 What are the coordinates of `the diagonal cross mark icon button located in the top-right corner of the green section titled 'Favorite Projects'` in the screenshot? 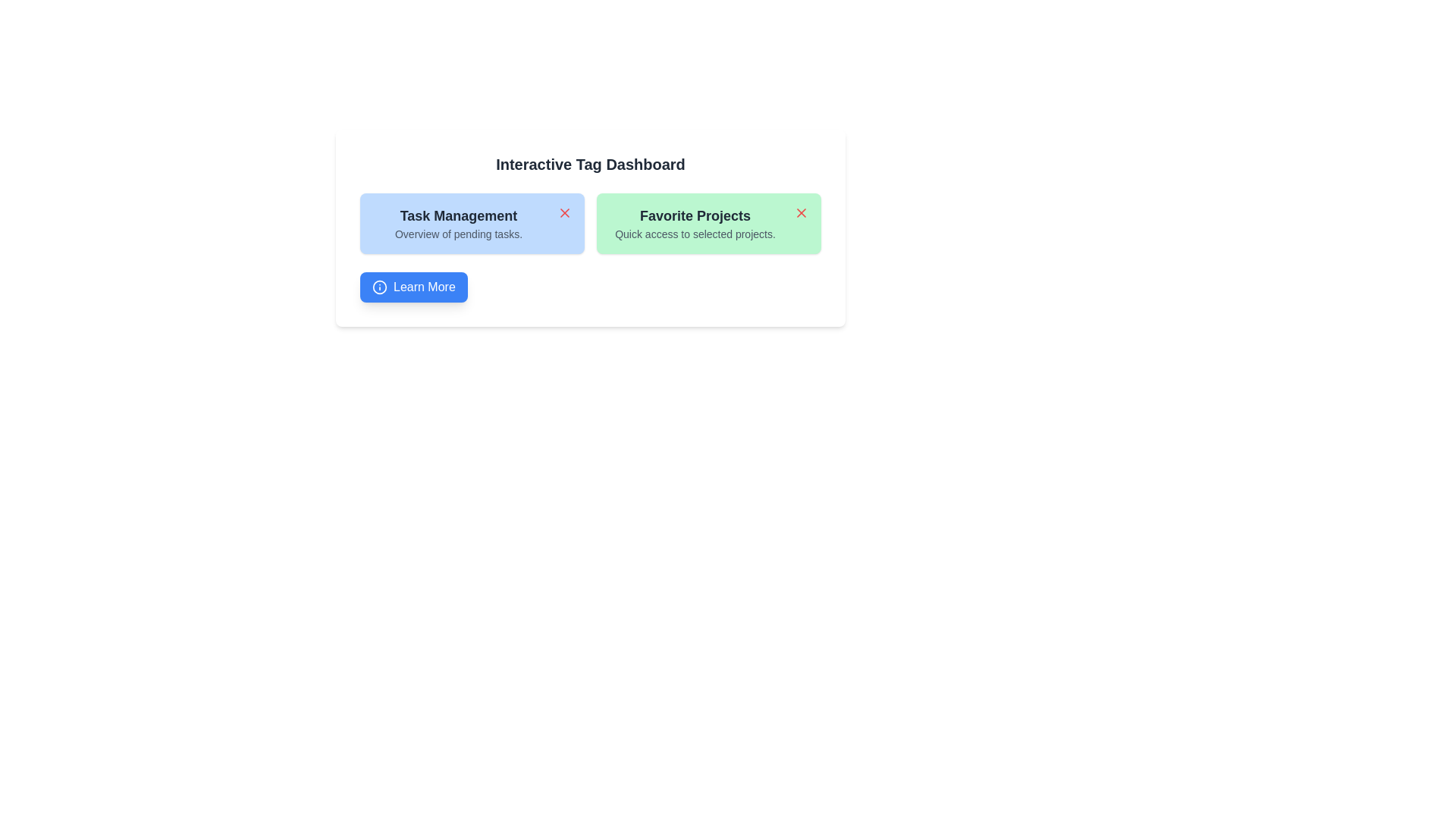 It's located at (800, 213).